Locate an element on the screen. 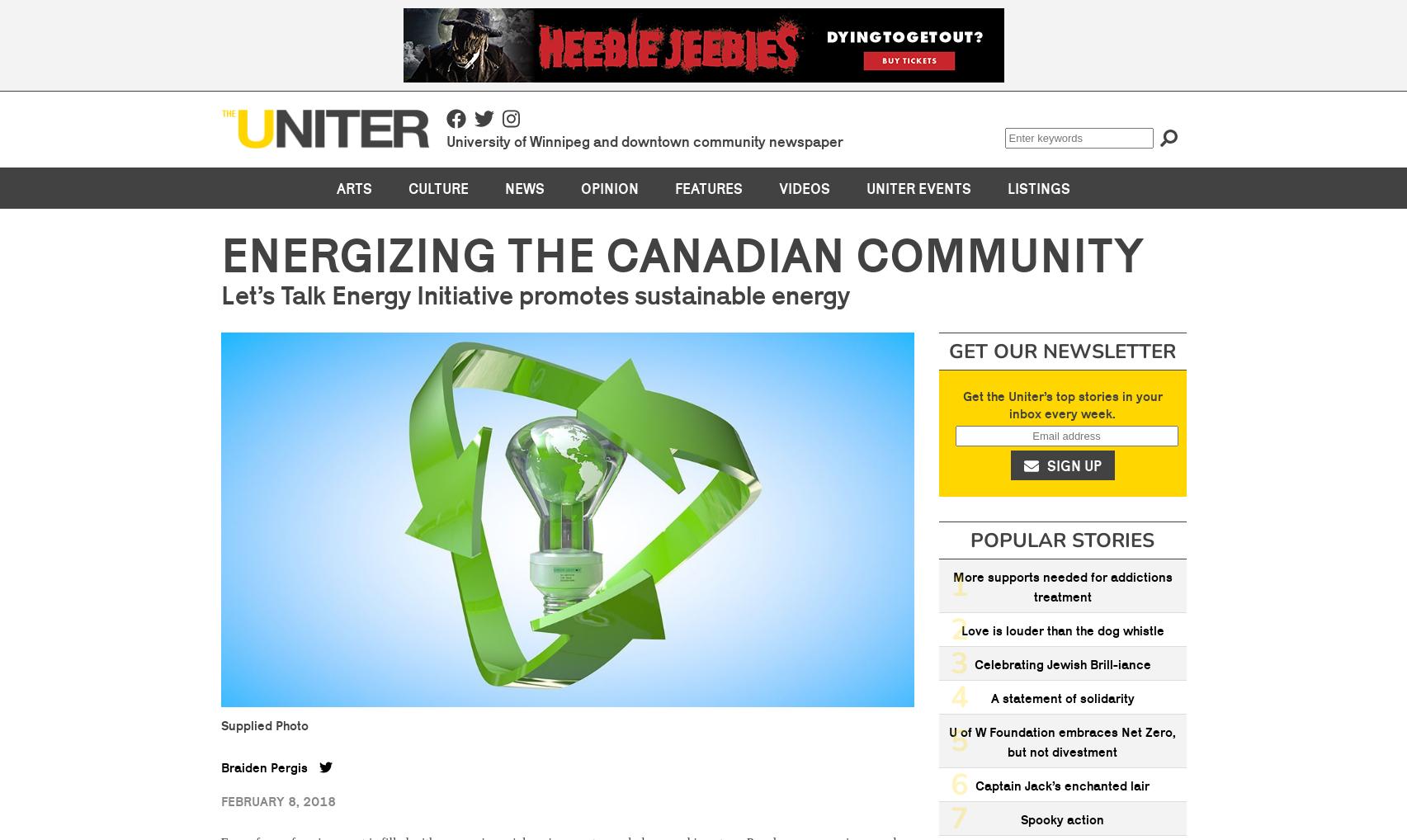 The width and height of the screenshot is (1407, 840). 'Features' is located at coordinates (675, 186).